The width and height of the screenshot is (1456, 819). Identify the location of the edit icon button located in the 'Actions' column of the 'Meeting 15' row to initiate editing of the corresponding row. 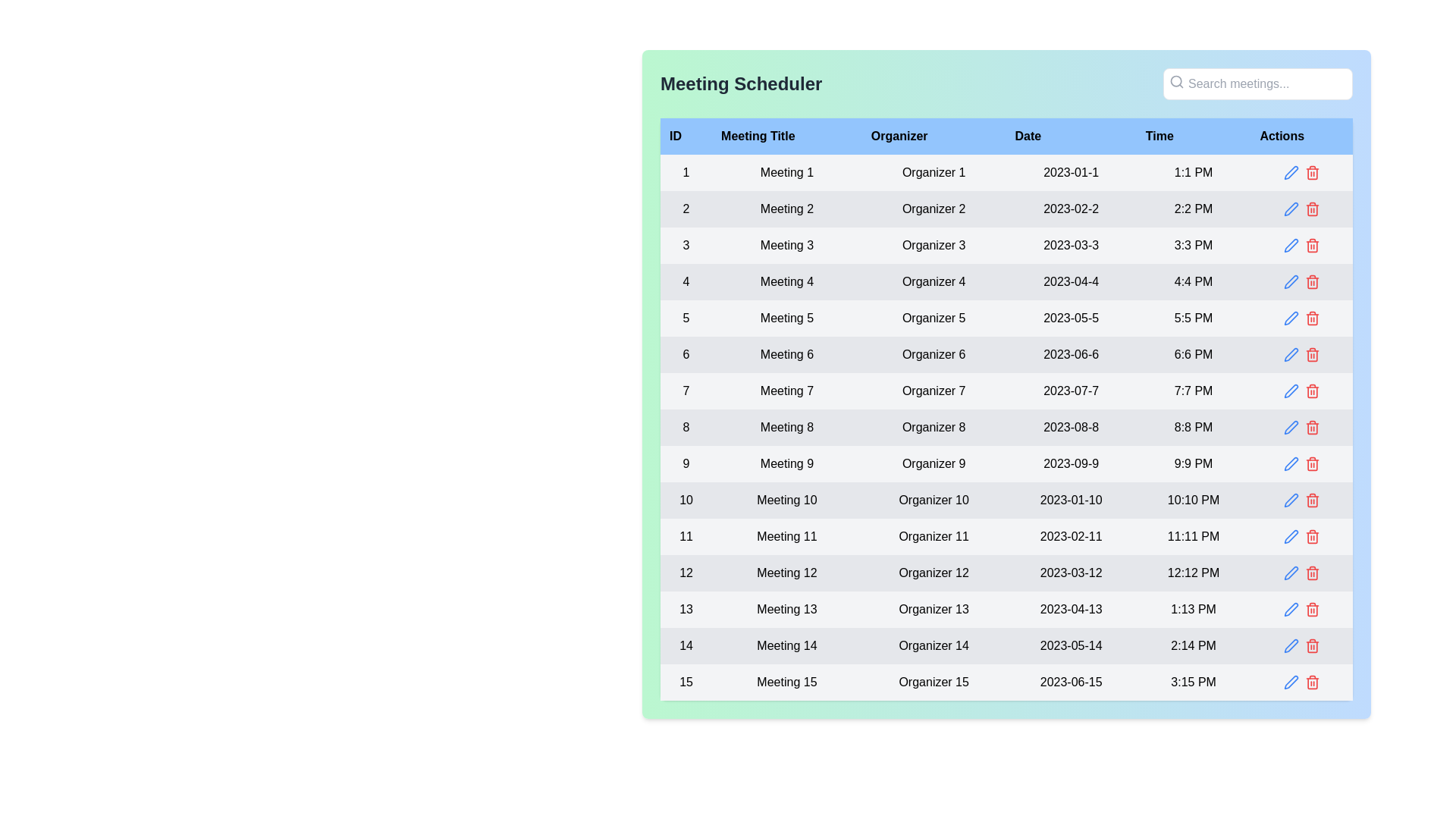
(1290, 681).